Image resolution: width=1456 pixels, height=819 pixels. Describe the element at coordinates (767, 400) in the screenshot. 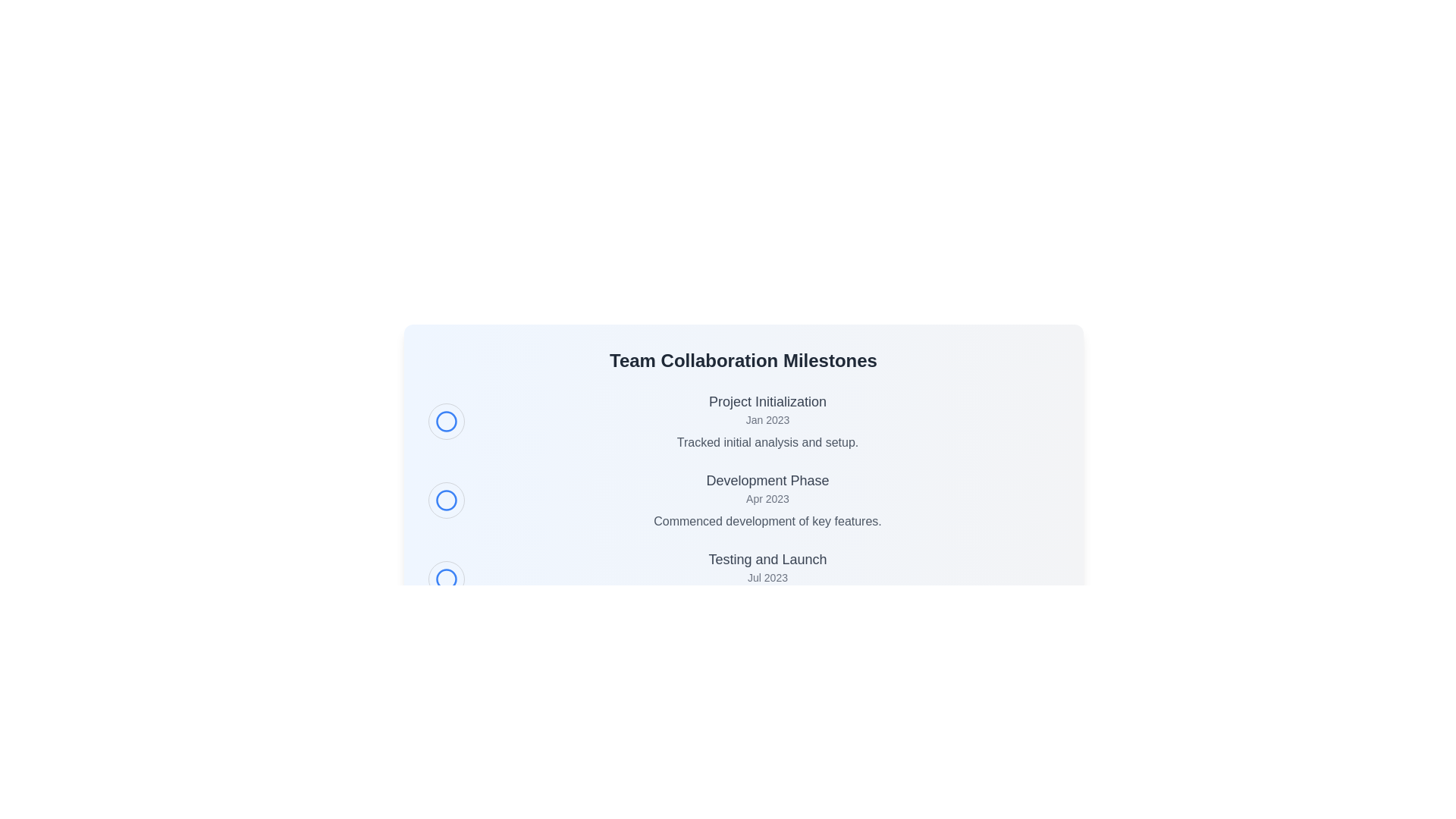

I see `the text label that reads 'Project Initialization', which is styled in a larger, bolded medium gray font and located above the smaller text 'Jan 2023' in the vertical timeline layout` at that location.